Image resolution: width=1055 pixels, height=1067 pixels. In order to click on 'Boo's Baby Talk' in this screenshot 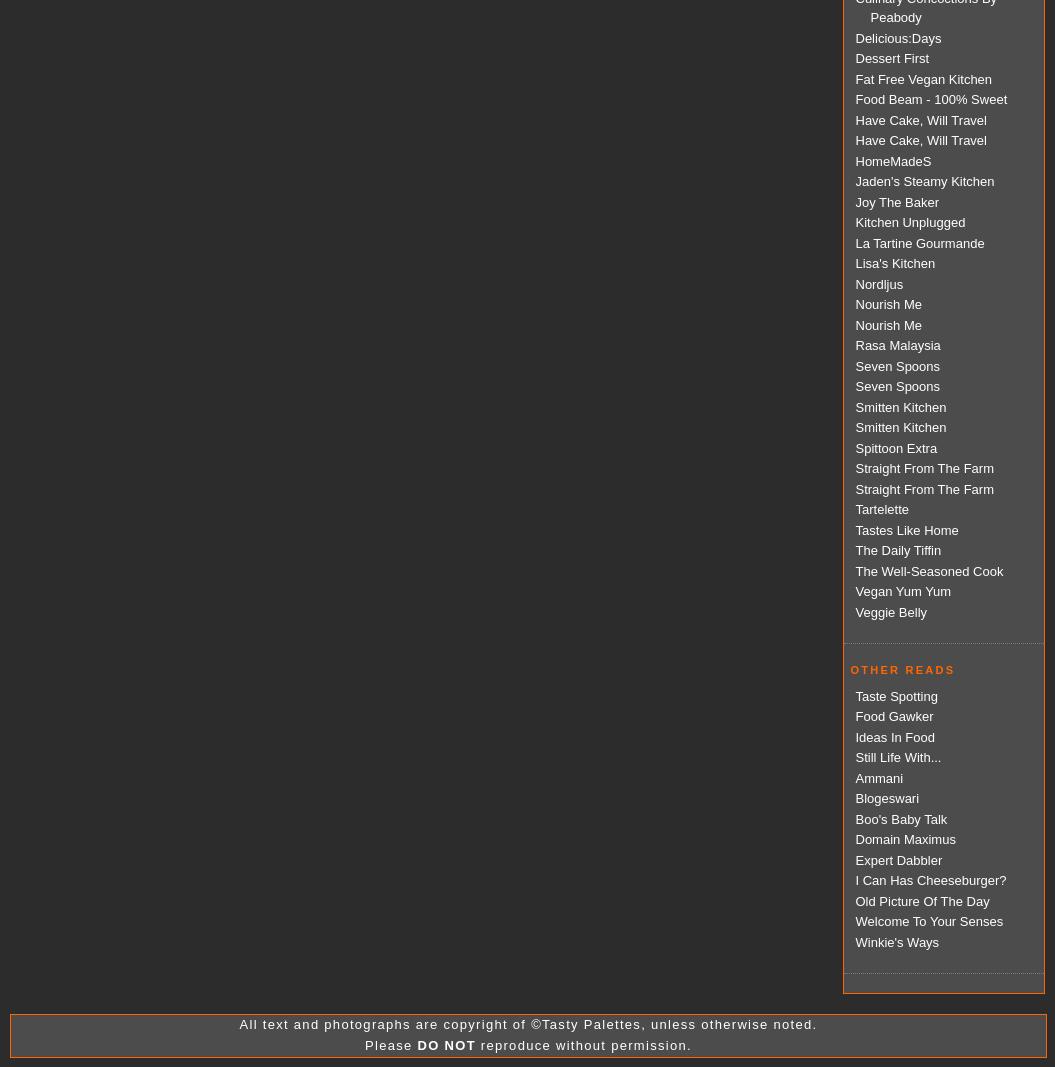, I will do `click(899, 817)`.